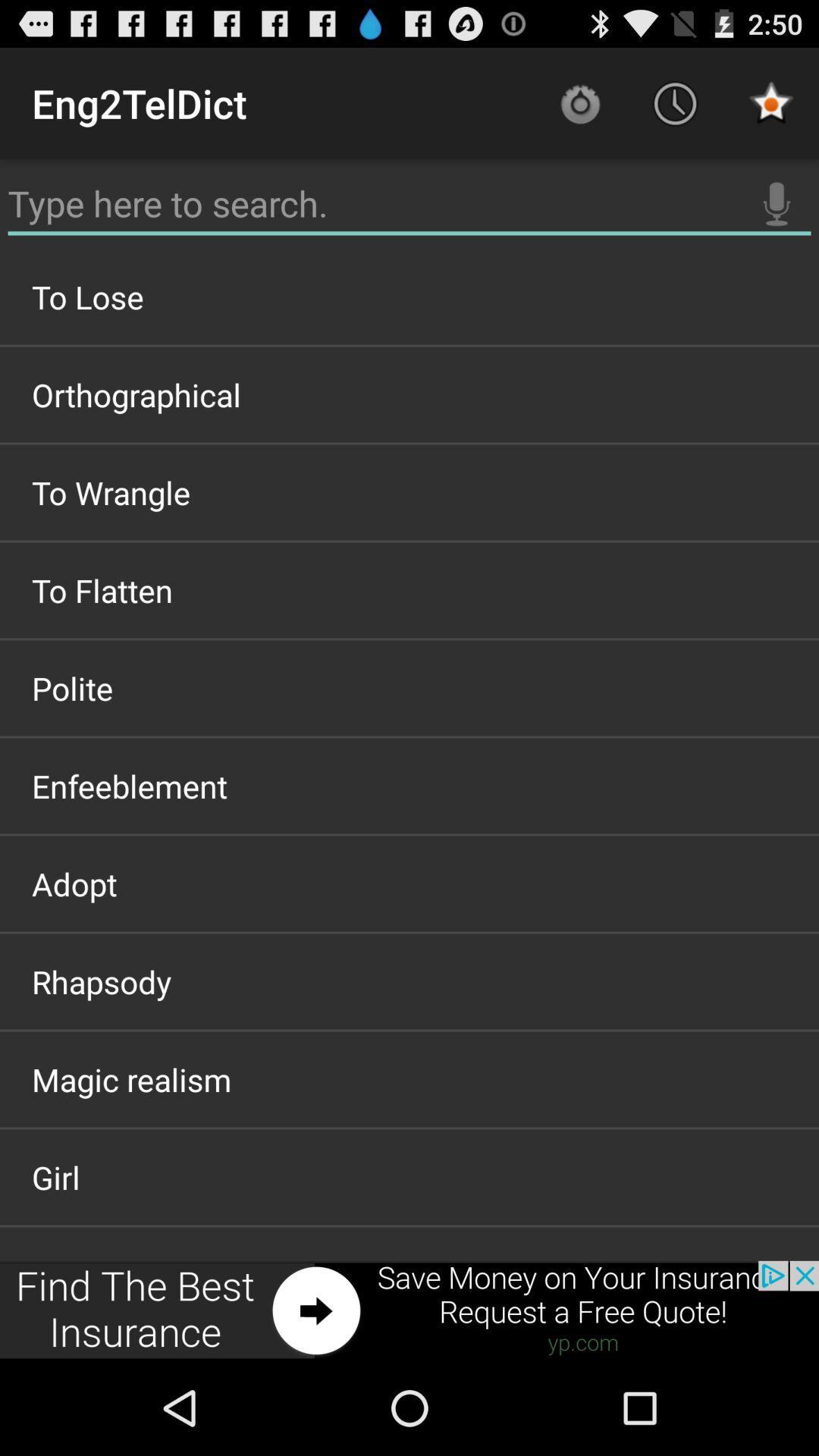  I want to click on item above the to lose icon, so click(409, 203).